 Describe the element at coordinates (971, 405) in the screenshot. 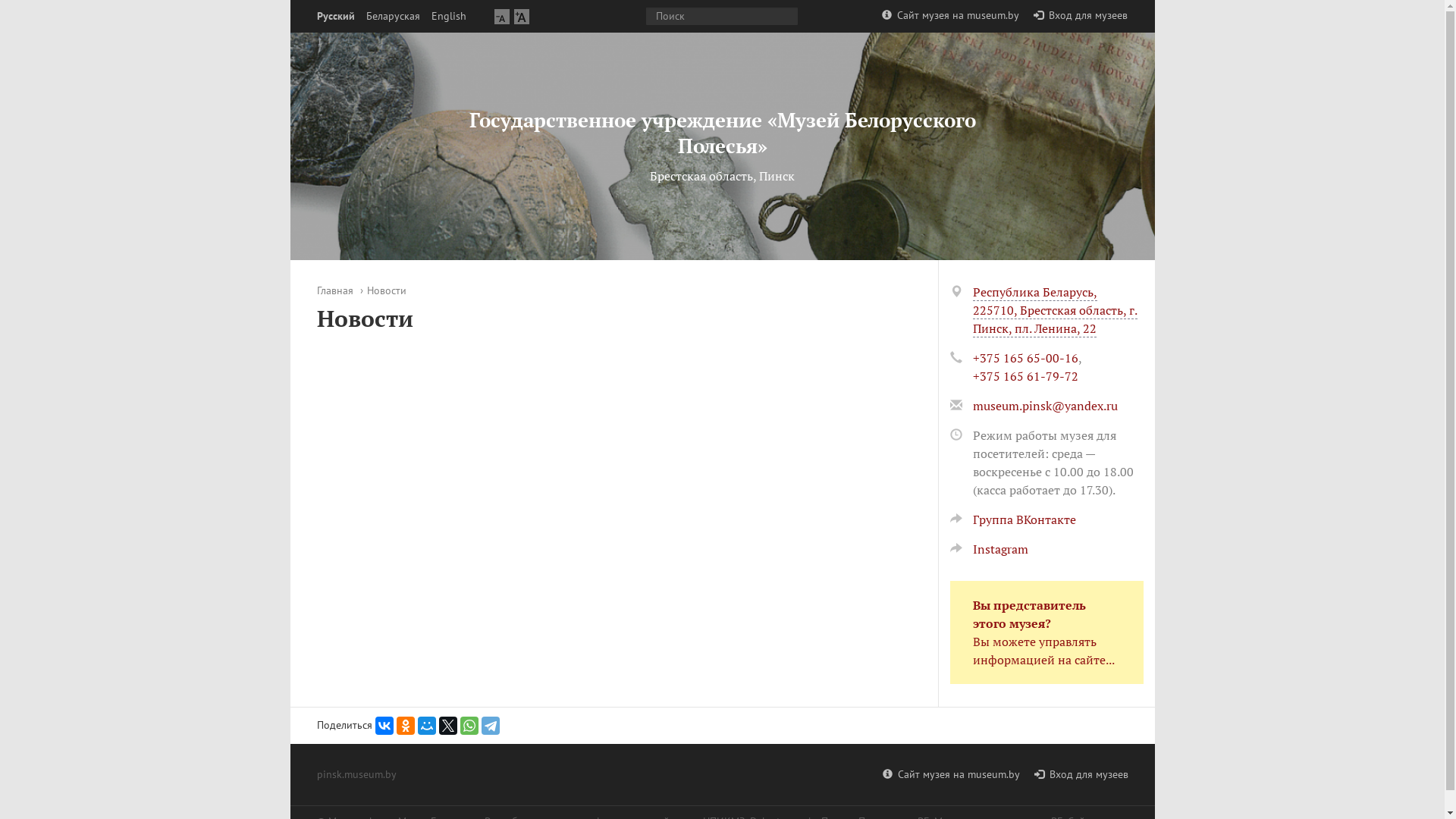

I see `'museum.pinsk@yandex.ru'` at that location.